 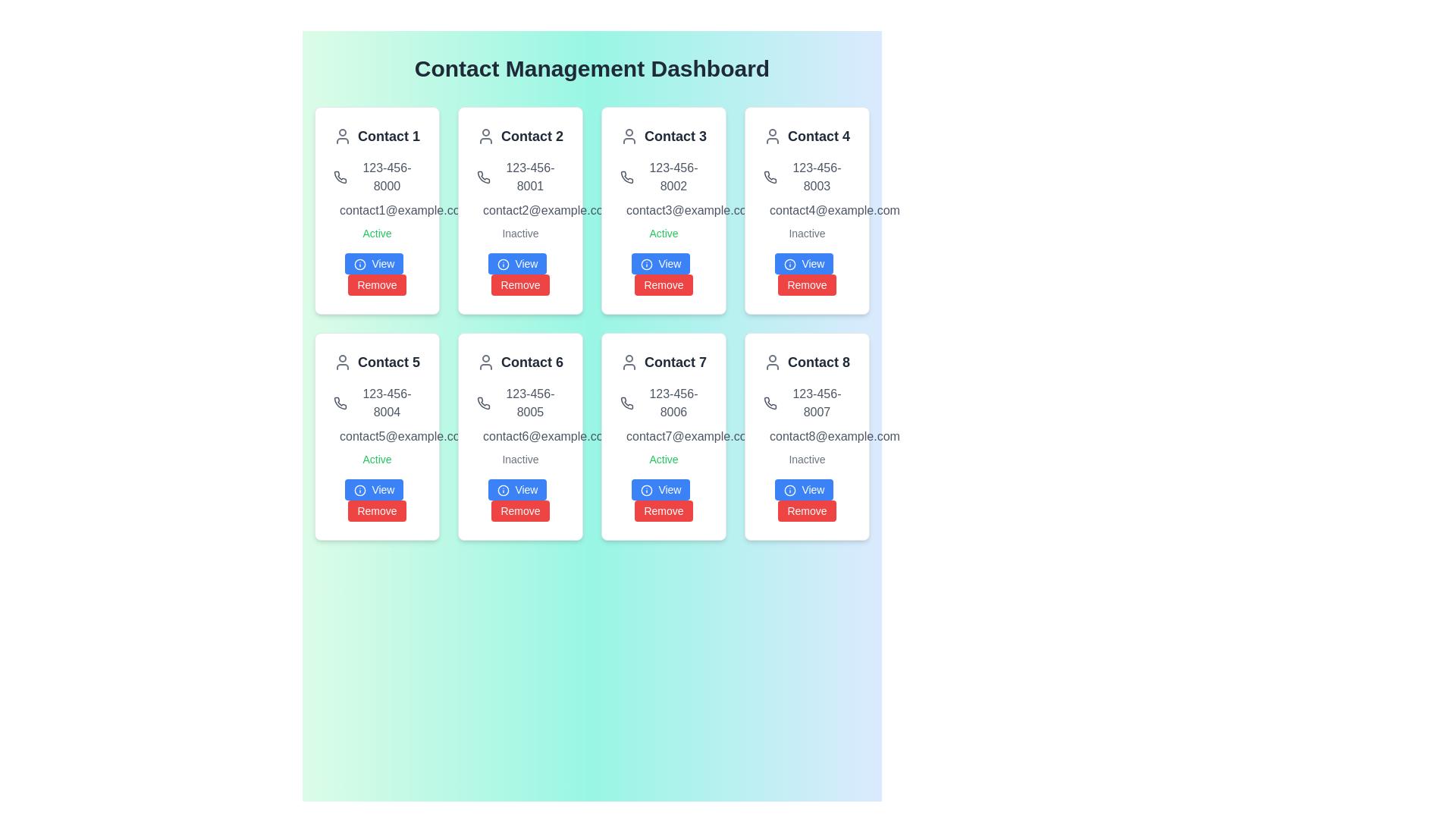 What do you see at coordinates (520, 511) in the screenshot?
I see `the red 'Remove' button with white text located in the lower section of the card for 'Contact 6'` at bounding box center [520, 511].